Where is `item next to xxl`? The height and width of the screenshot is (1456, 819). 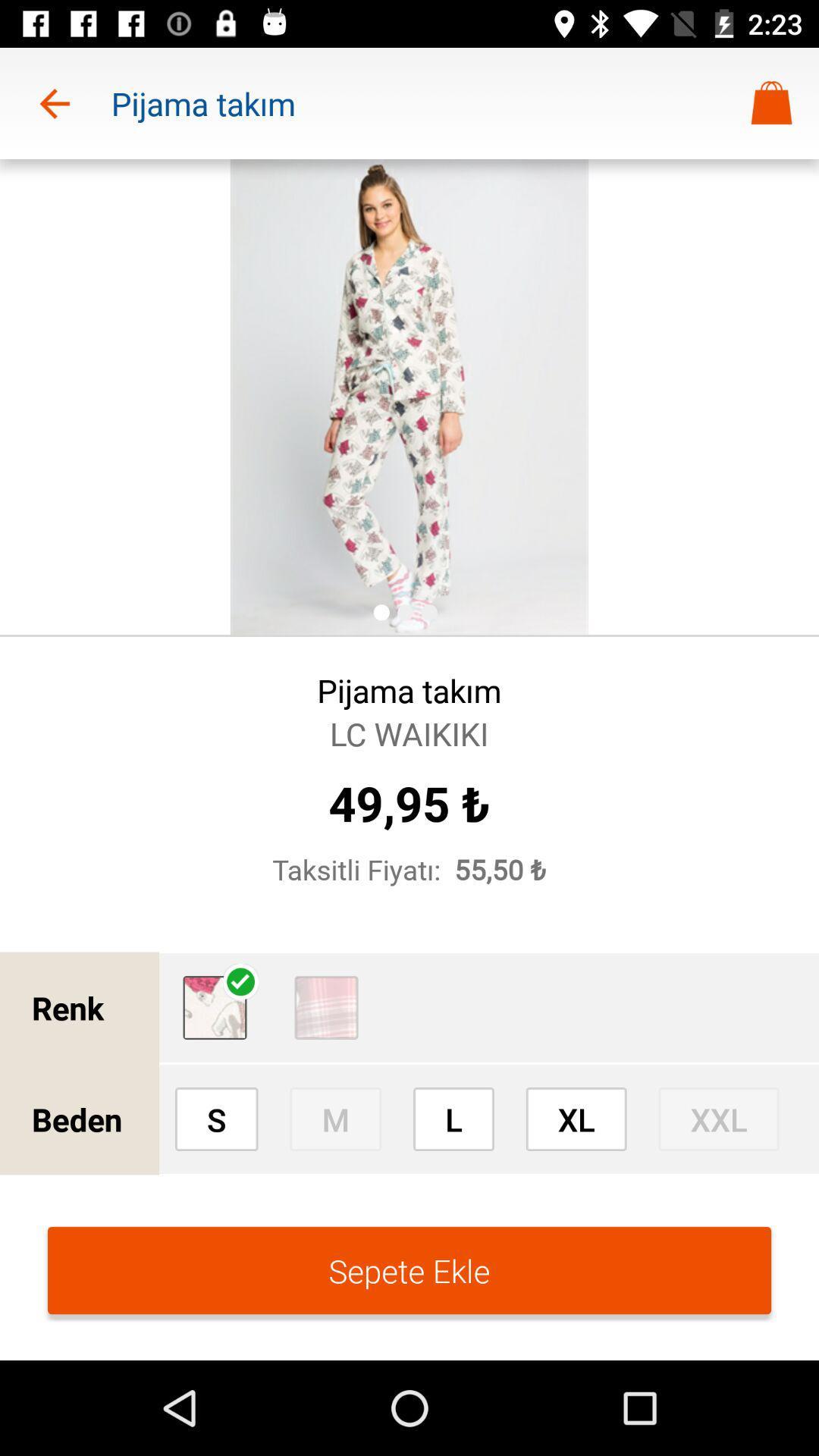 item next to xxl is located at coordinates (576, 1119).